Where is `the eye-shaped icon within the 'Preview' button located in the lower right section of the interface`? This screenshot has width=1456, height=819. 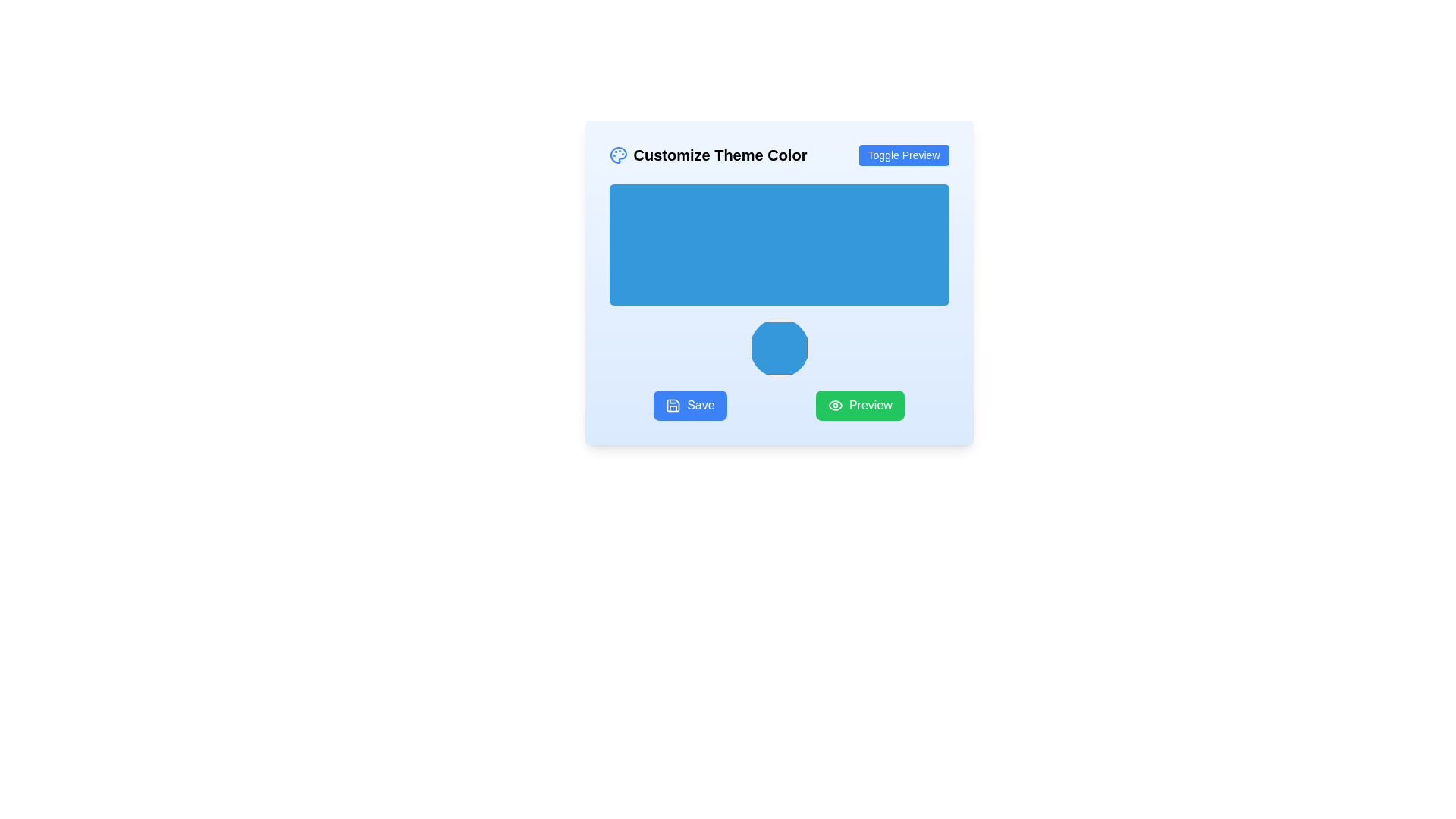 the eye-shaped icon within the 'Preview' button located in the lower right section of the interface is located at coordinates (834, 405).